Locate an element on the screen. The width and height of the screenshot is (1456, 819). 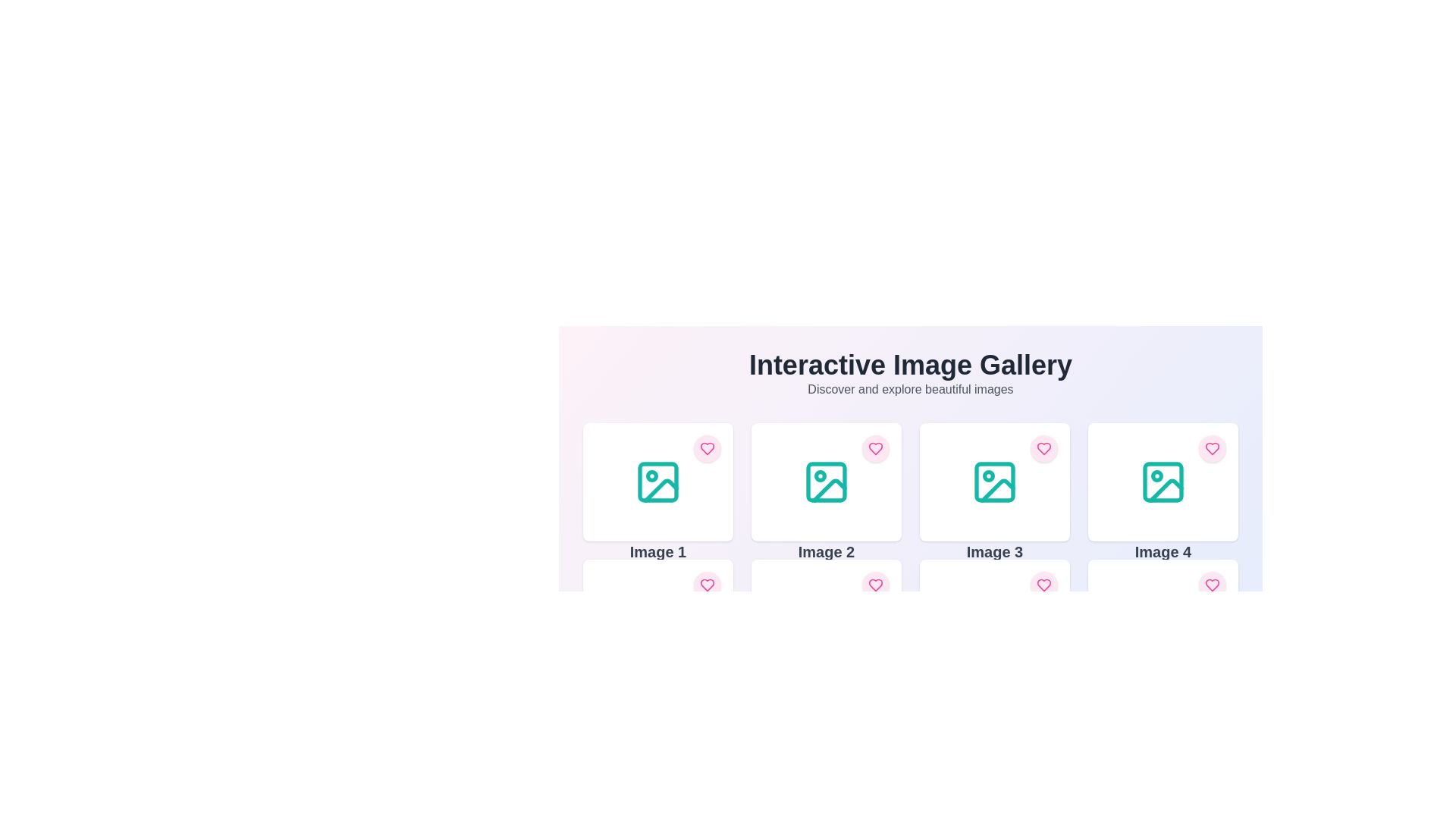
the like or favorite icon button located in the top right corner of the fourth image in the gallery to favorite the item is located at coordinates (1211, 447).